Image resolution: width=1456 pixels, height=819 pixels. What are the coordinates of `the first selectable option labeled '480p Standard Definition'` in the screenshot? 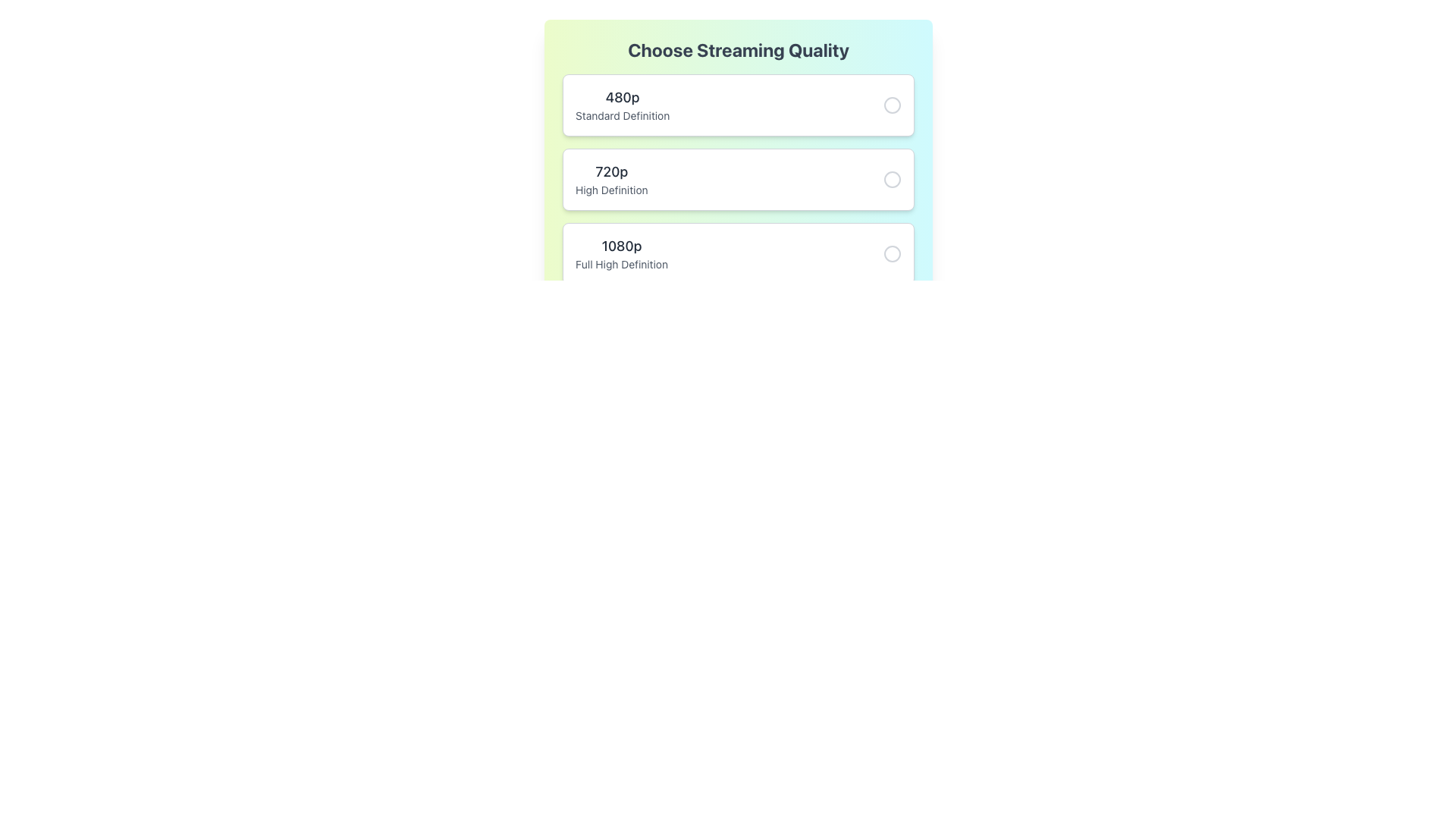 It's located at (739, 104).